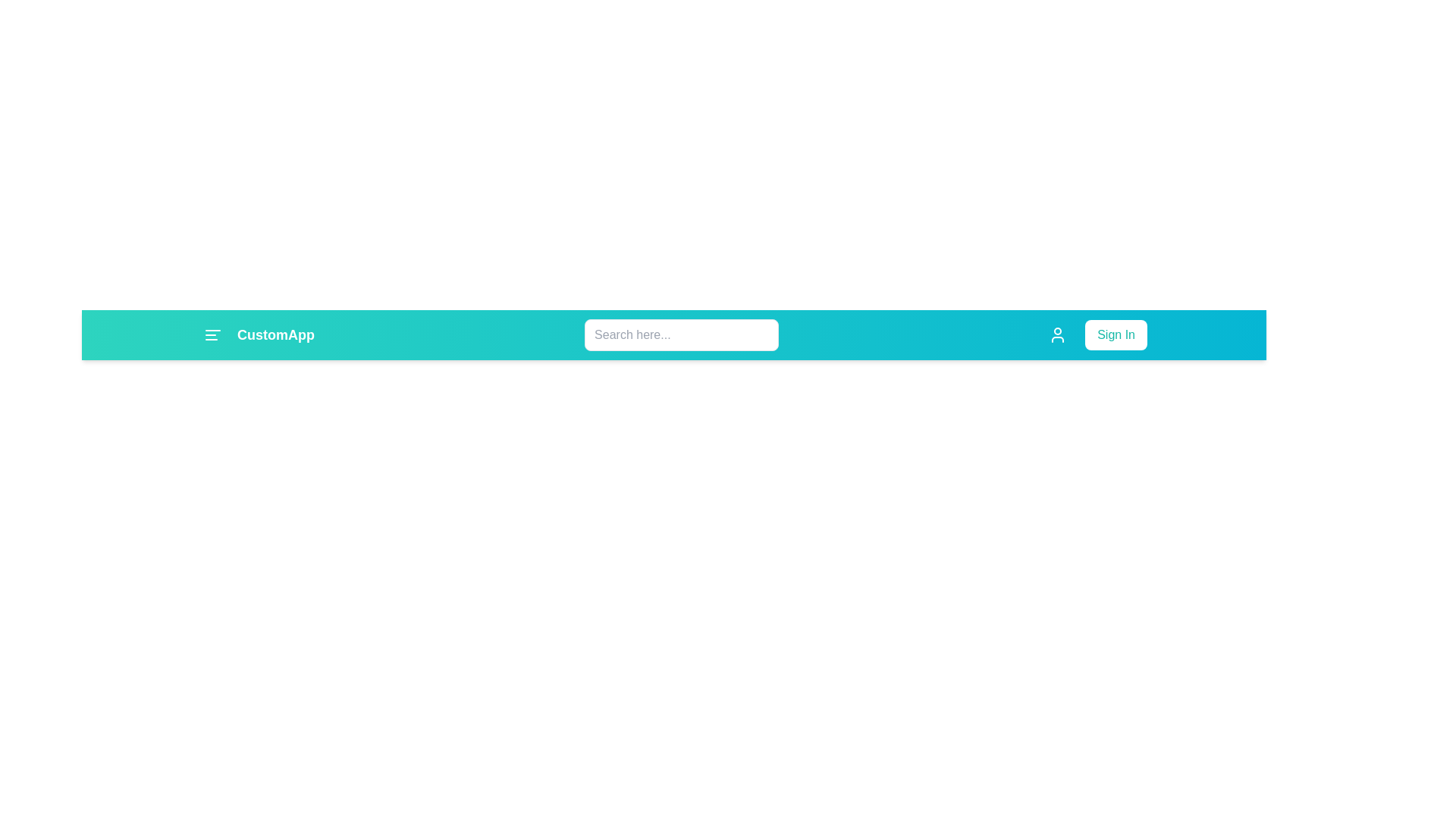 This screenshot has height=819, width=1456. I want to click on the 'Sign In' button, so click(1116, 334).